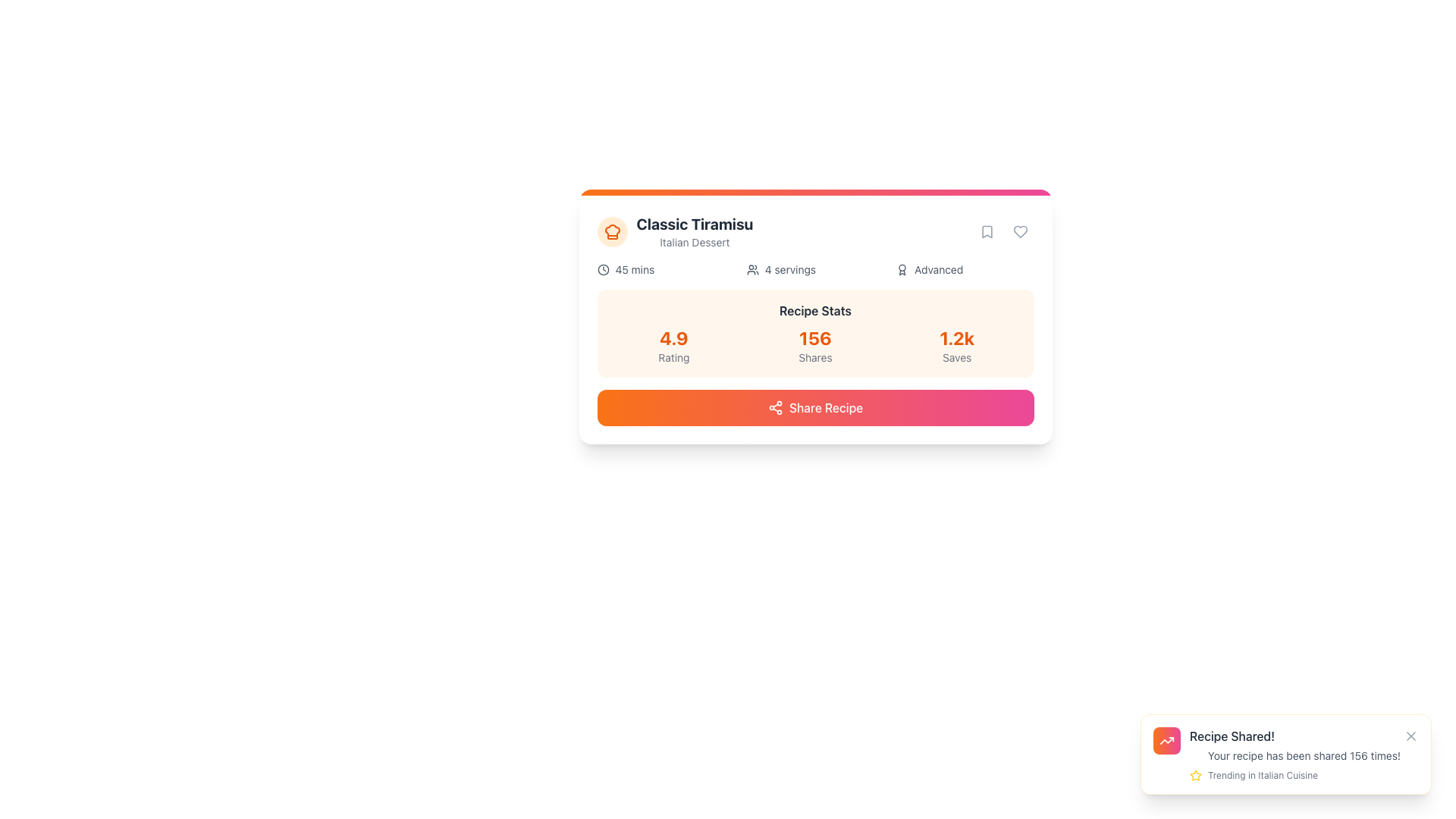 This screenshot has width=1456, height=819. Describe the element at coordinates (956, 337) in the screenshot. I see `the value displayed in the Text Display element showing the number of saves for the recipe, located at the bottom right of the recipe card in the 'Recipe Stats' section` at that location.